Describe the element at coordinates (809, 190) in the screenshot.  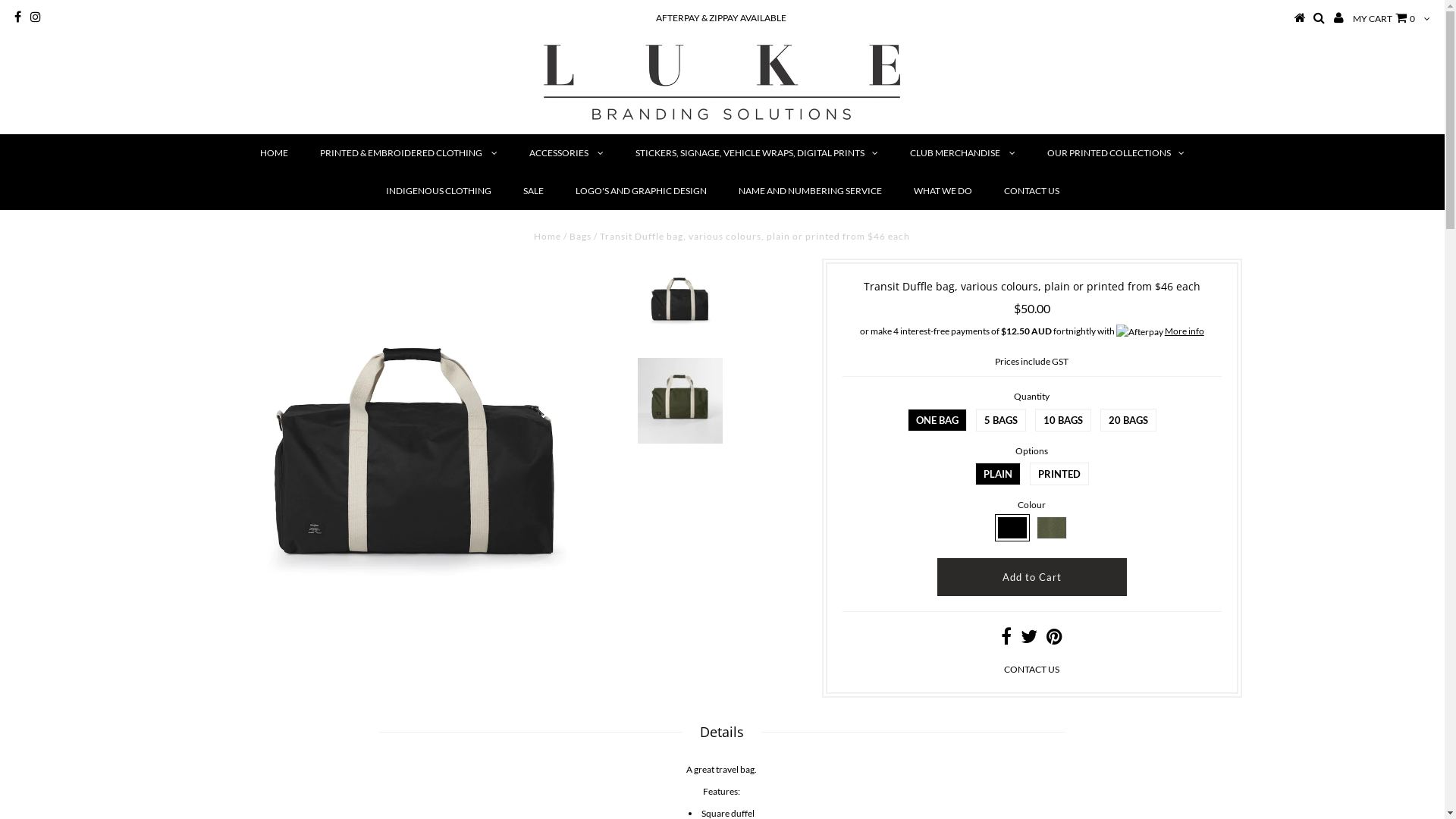
I see `'NAME AND NUMBERING SERVICE'` at that location.